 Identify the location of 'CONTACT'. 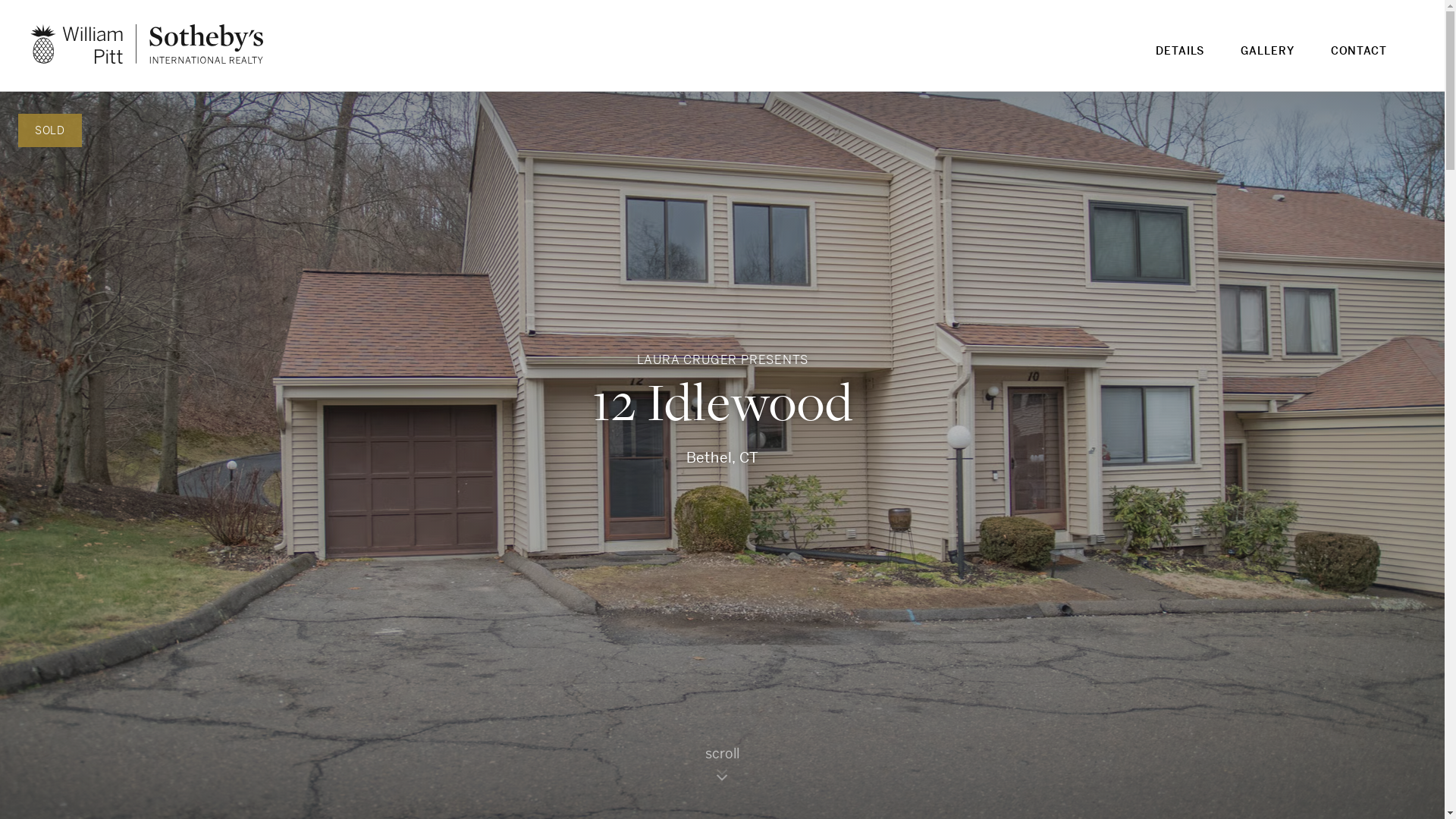
(1358, 59).